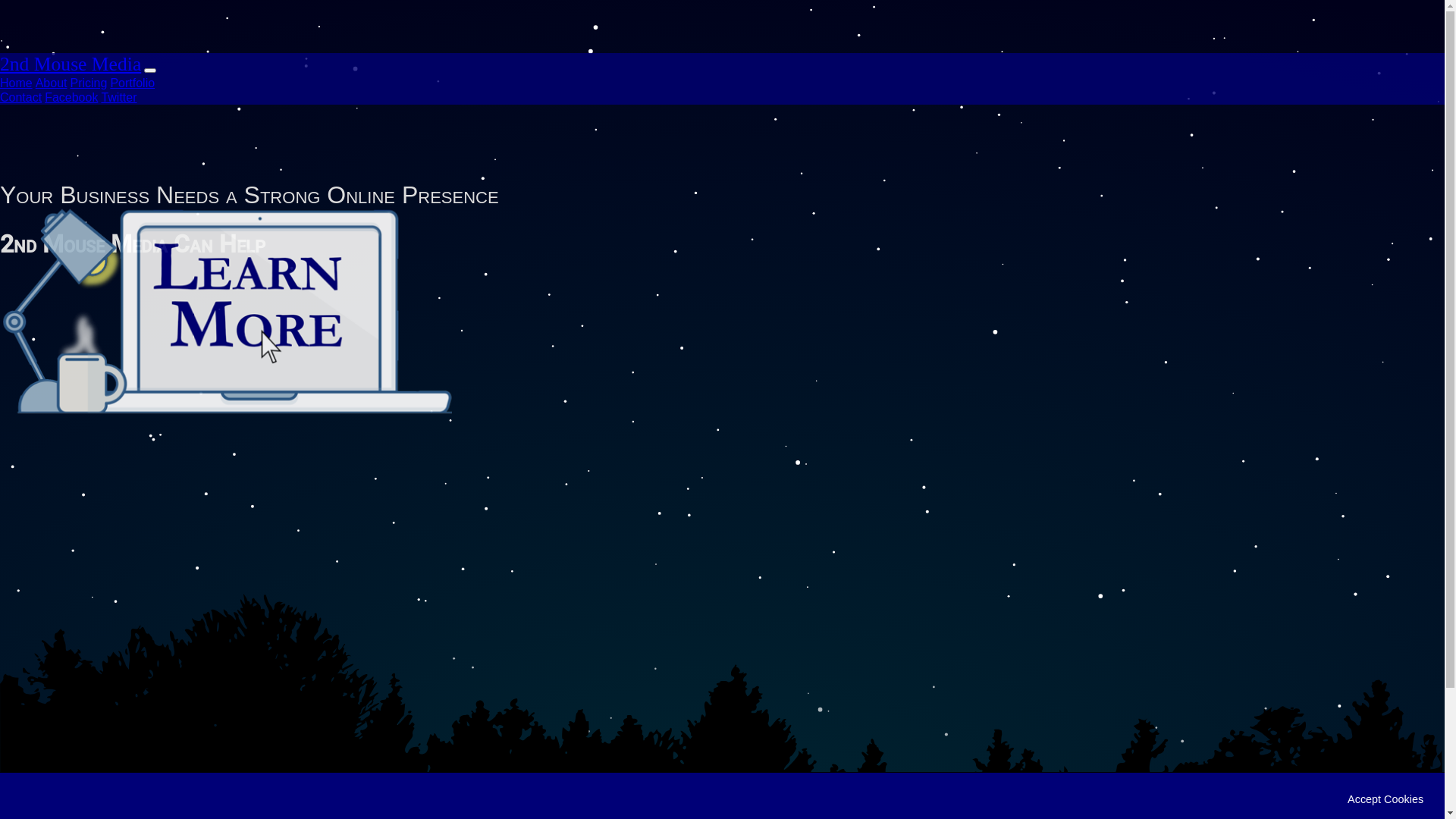  Describe the element at coordinates (71, 97) in the screenshot. I see `'Facebook'` at that location.